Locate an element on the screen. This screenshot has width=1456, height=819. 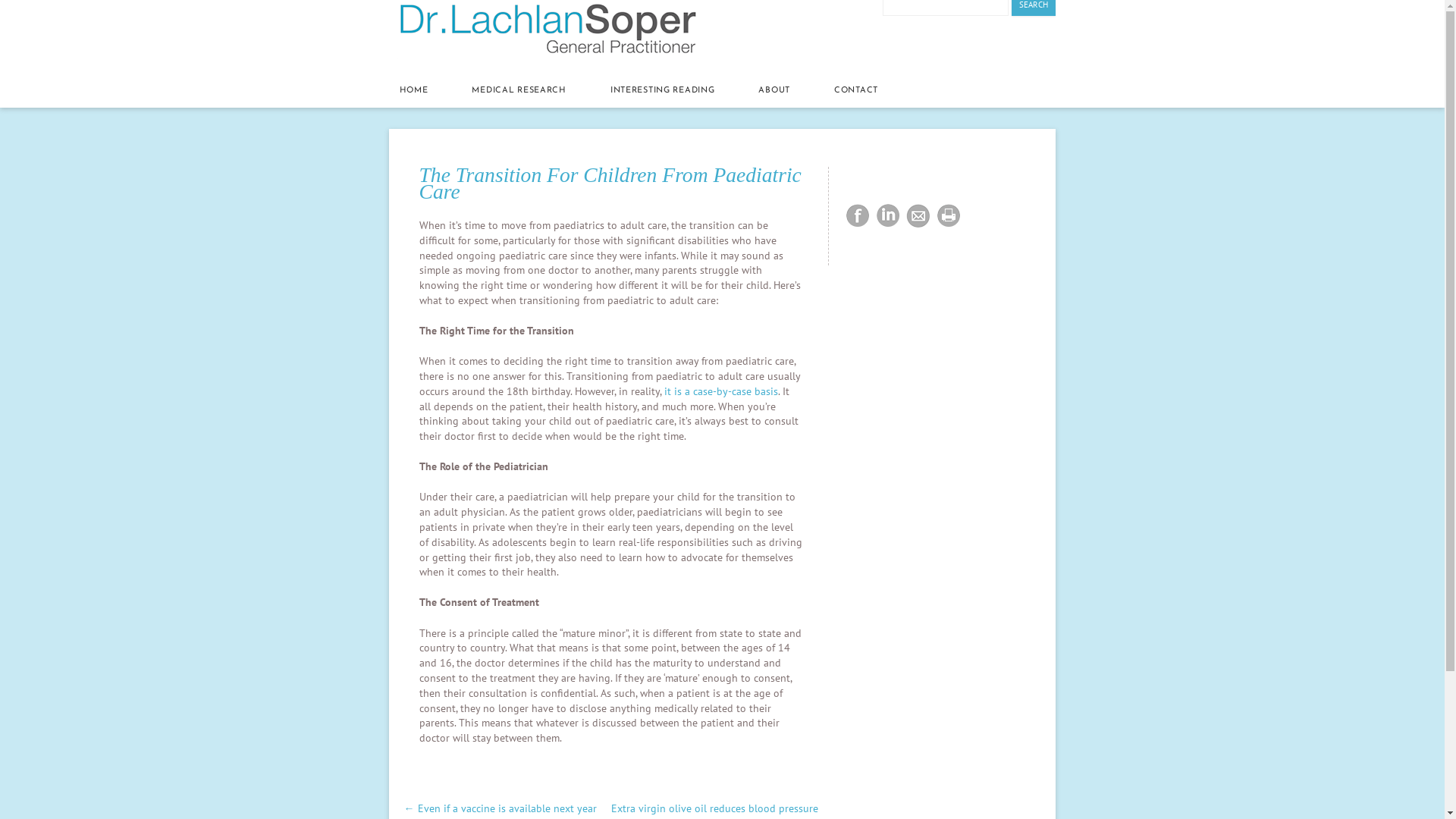
'Print' is located at coordinates (948, 216).